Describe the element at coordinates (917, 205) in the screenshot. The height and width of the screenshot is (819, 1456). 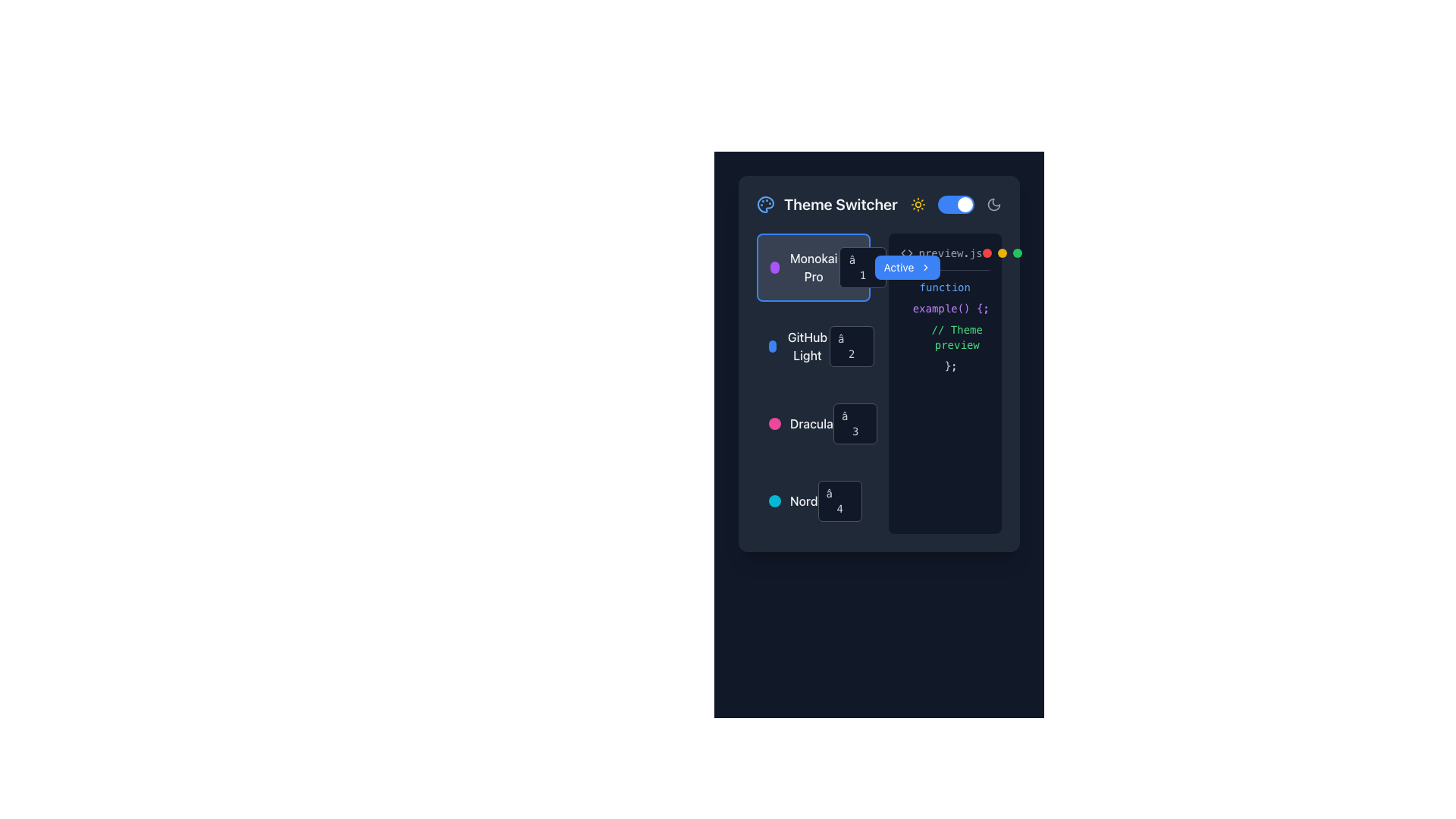
I see `the light theme mode icon located in the header area of the theme switcher interface, which is positioned to the left of the toggle switch and to the right of the header text` at that location.